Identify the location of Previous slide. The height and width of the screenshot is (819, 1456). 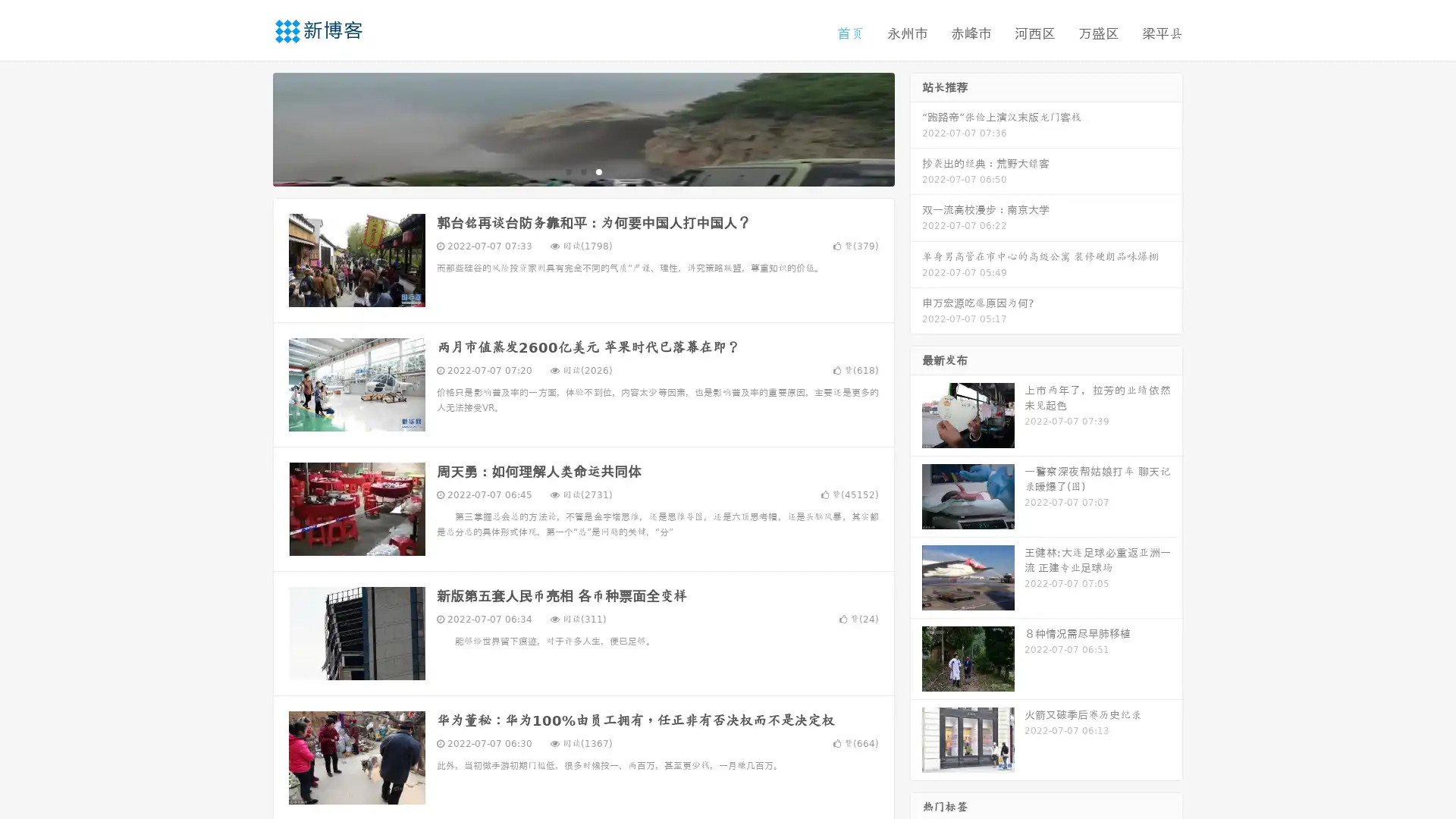
(250, 127).